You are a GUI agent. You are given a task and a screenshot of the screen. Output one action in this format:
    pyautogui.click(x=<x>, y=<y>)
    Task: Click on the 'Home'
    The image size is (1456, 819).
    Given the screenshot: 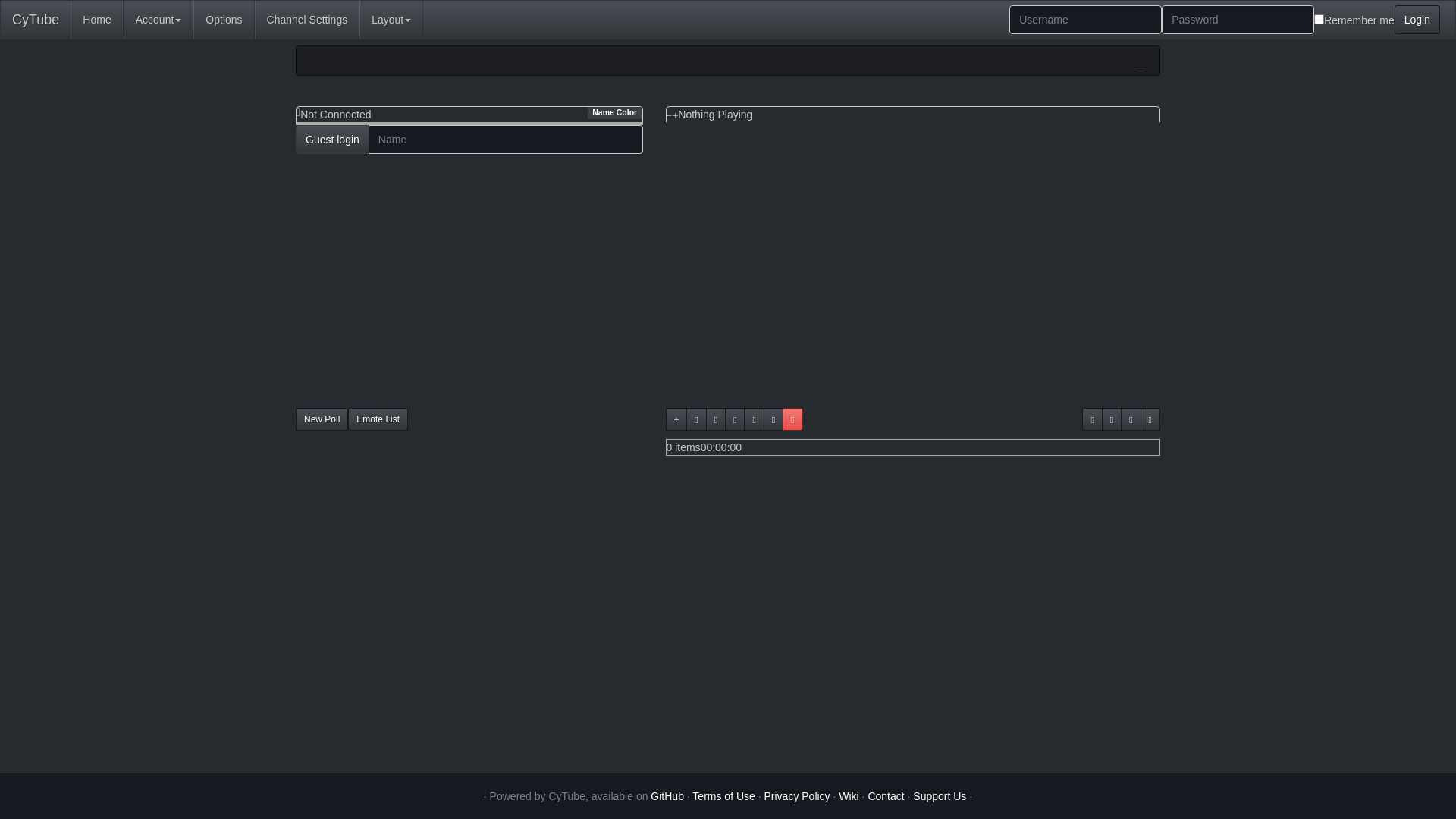 What is the action you would take?
    pyautogui.click(x=96, y=20)
    